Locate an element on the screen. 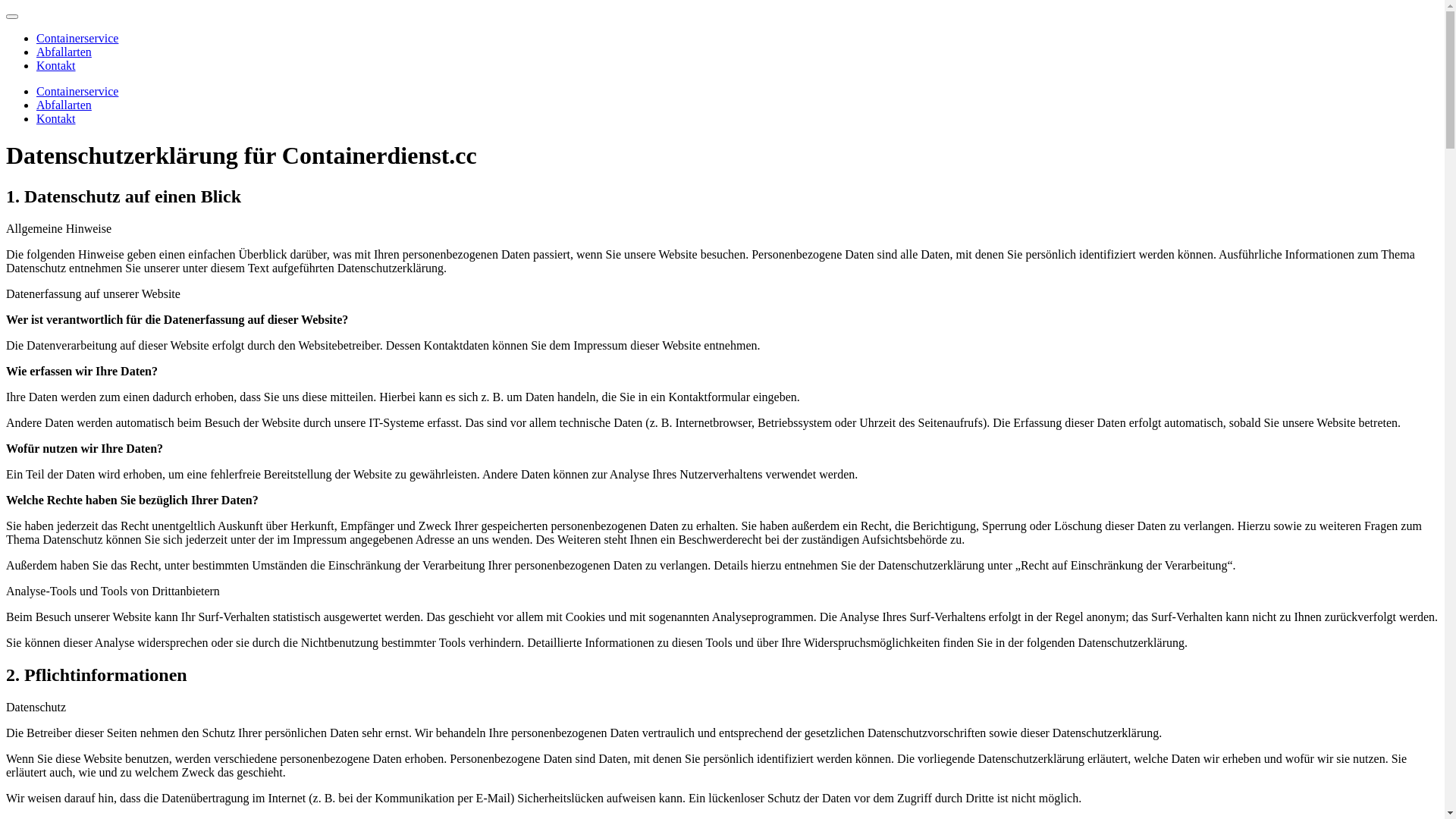 The height and width of the screenshot is (819, 1456). 'Kontakt' is located at coordinates (36, 64).